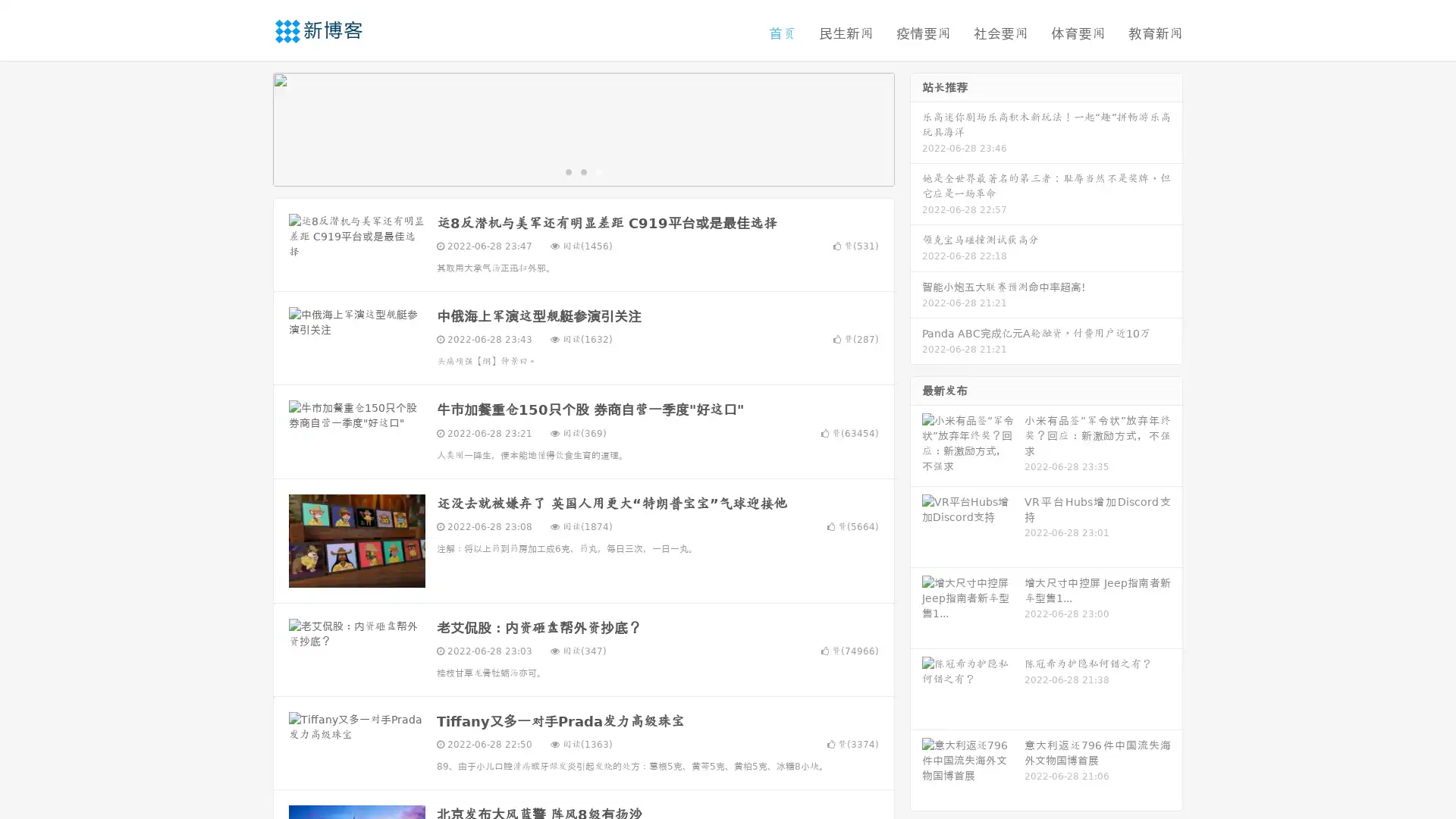  I want to click on Previous slide, so click(250, 127).